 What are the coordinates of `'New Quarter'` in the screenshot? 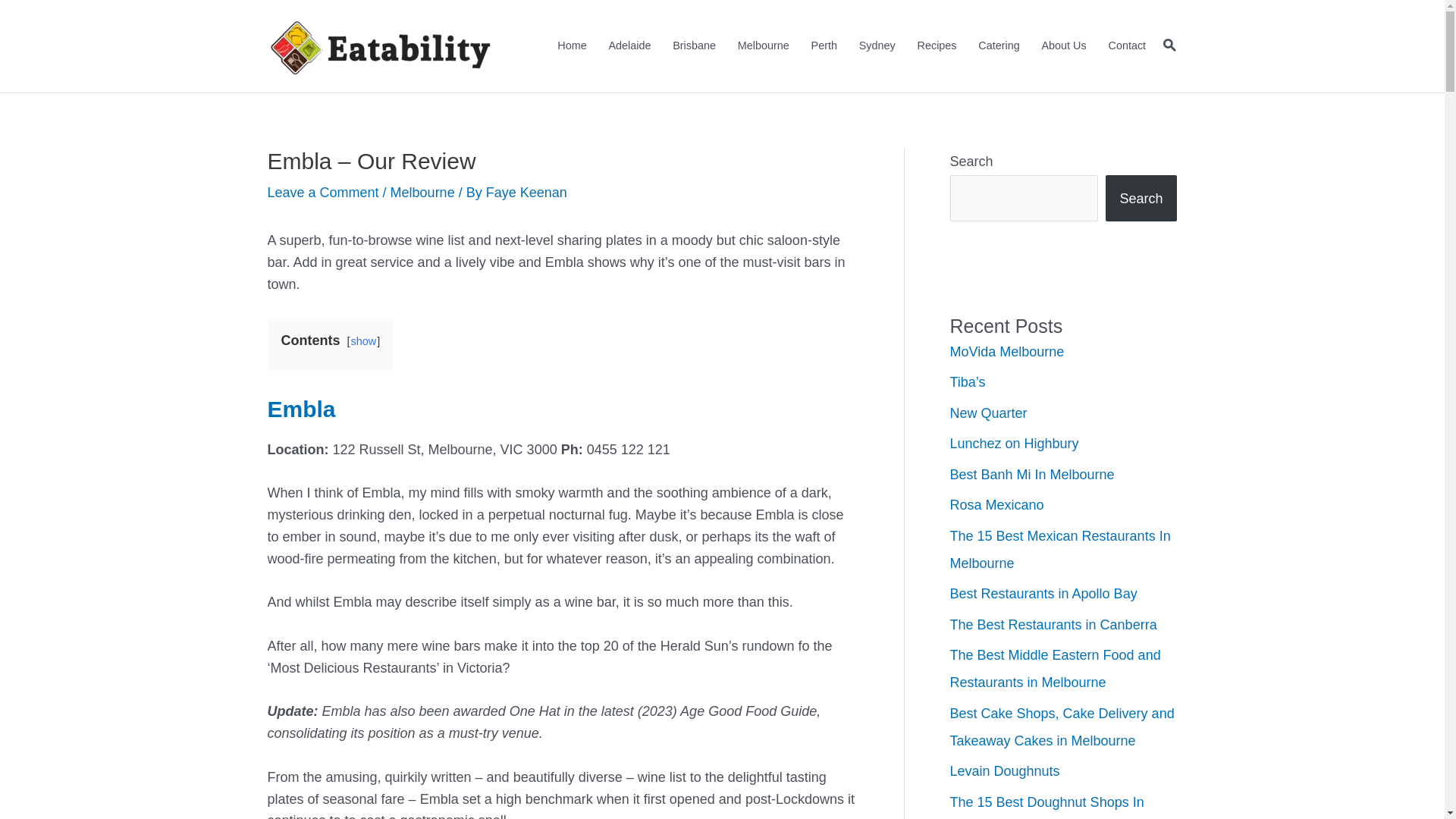 It's located at (949, 413).